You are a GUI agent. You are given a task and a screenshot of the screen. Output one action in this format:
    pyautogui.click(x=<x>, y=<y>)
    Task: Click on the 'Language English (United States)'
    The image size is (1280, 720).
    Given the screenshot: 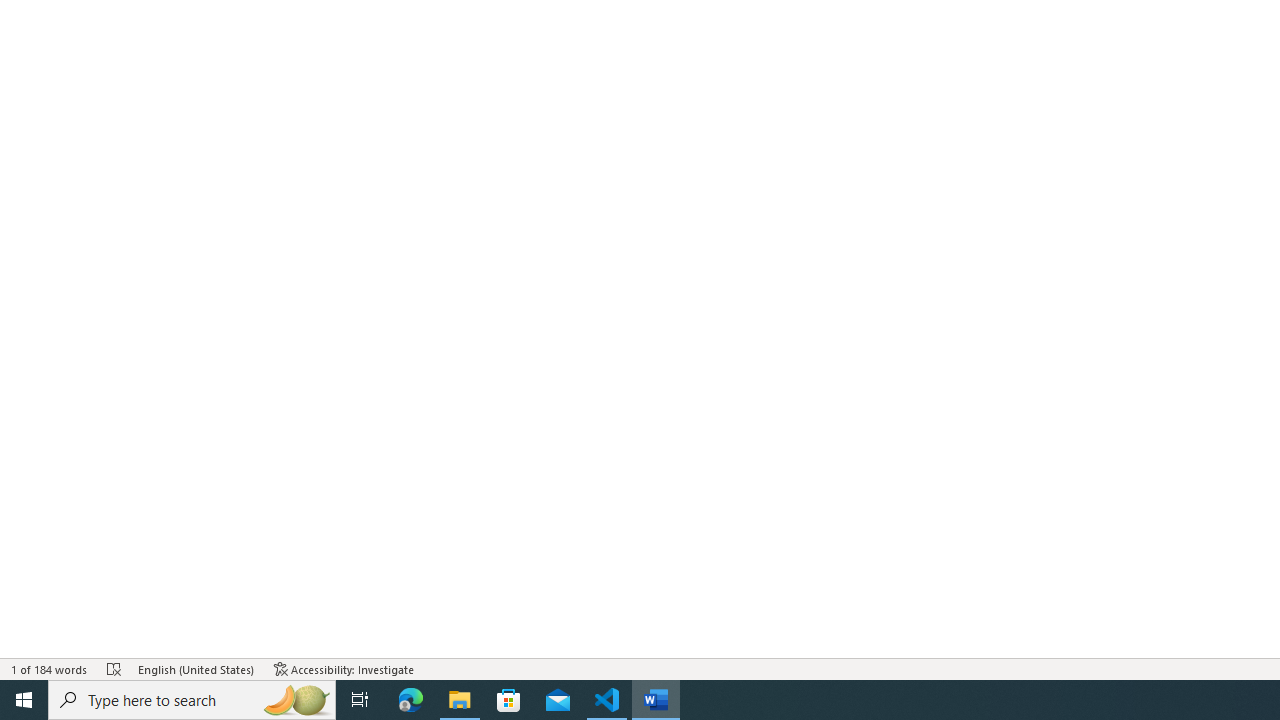 What is the action you would take?
    pyautogui.click(x=196, y=669)
    